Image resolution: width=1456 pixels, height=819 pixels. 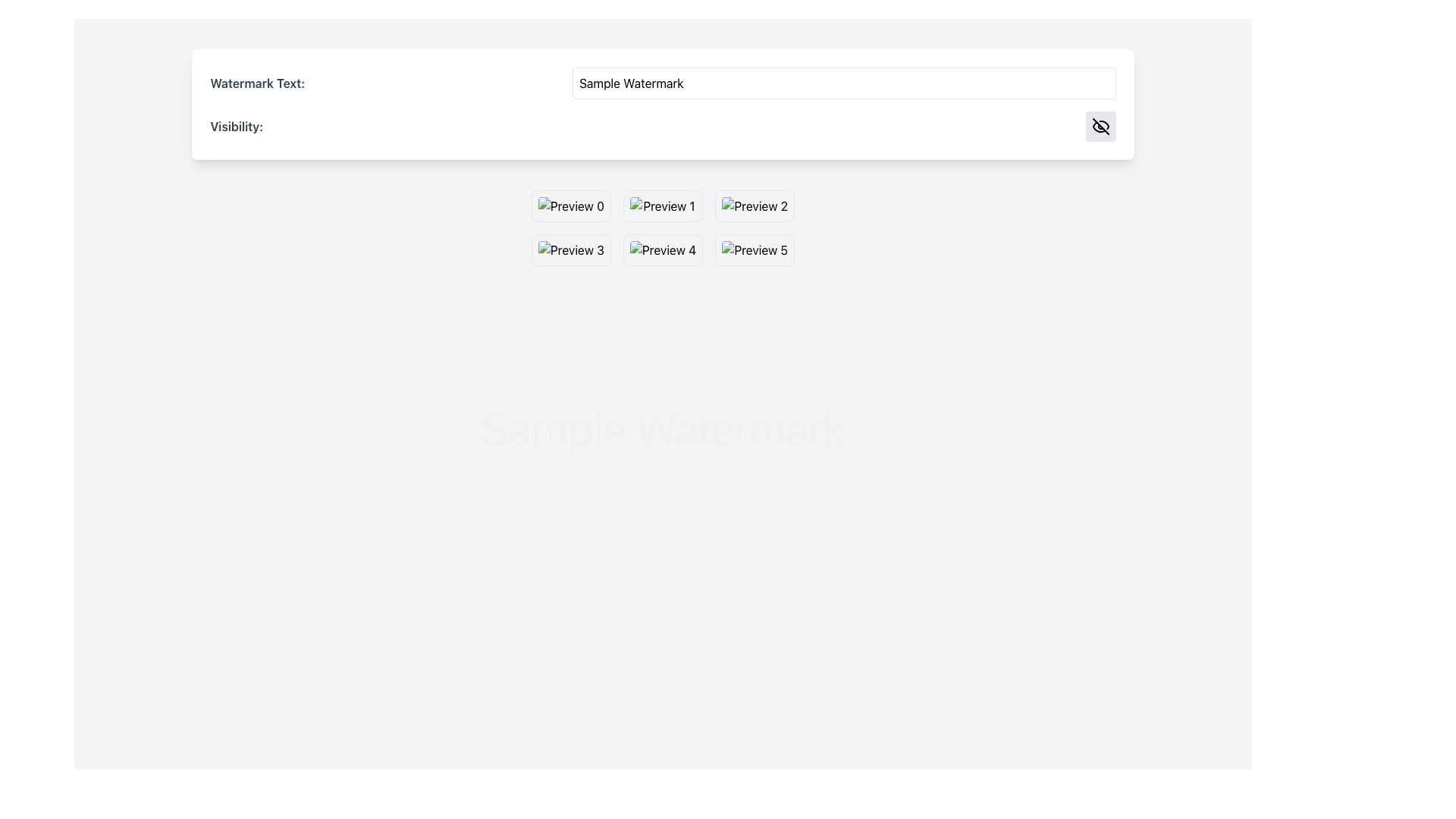 I want to click on the clickable card located in the second row and second column of a 3x2 grid structure, positioned below the second card in the first row, so click(x=663, y=249).